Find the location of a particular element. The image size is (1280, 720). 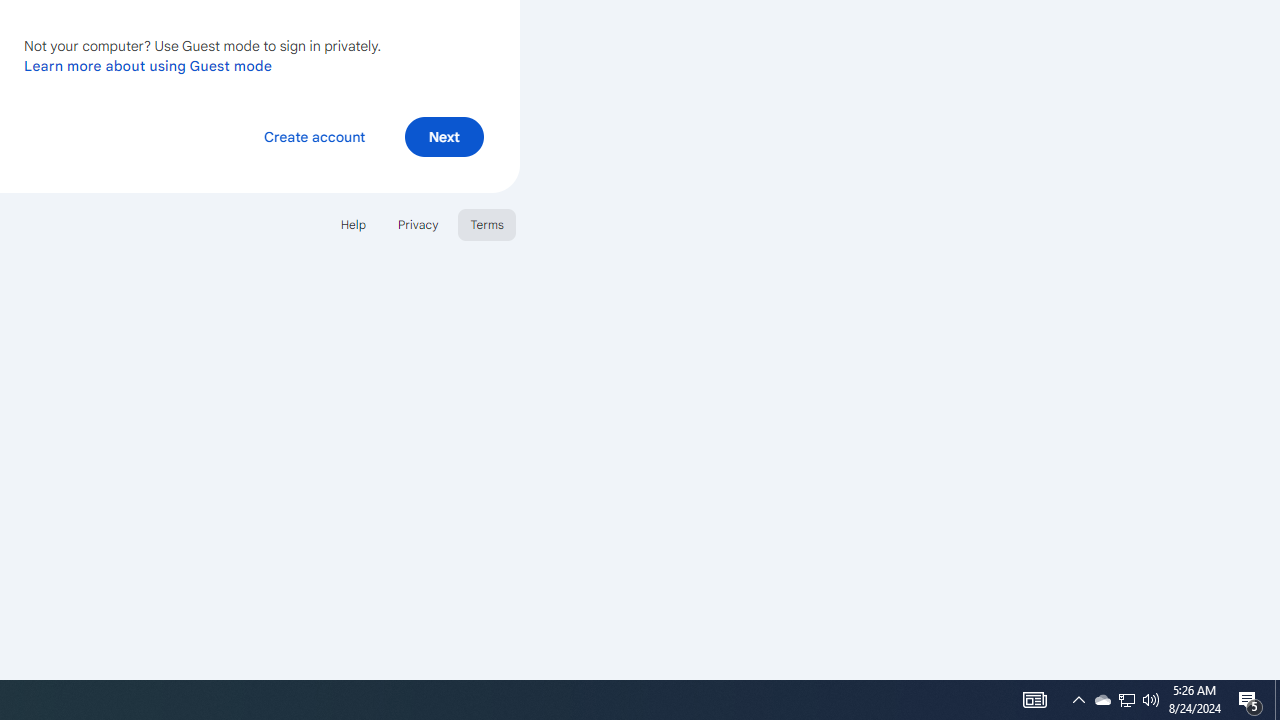

'Next' is located at coordinates (443, 135).